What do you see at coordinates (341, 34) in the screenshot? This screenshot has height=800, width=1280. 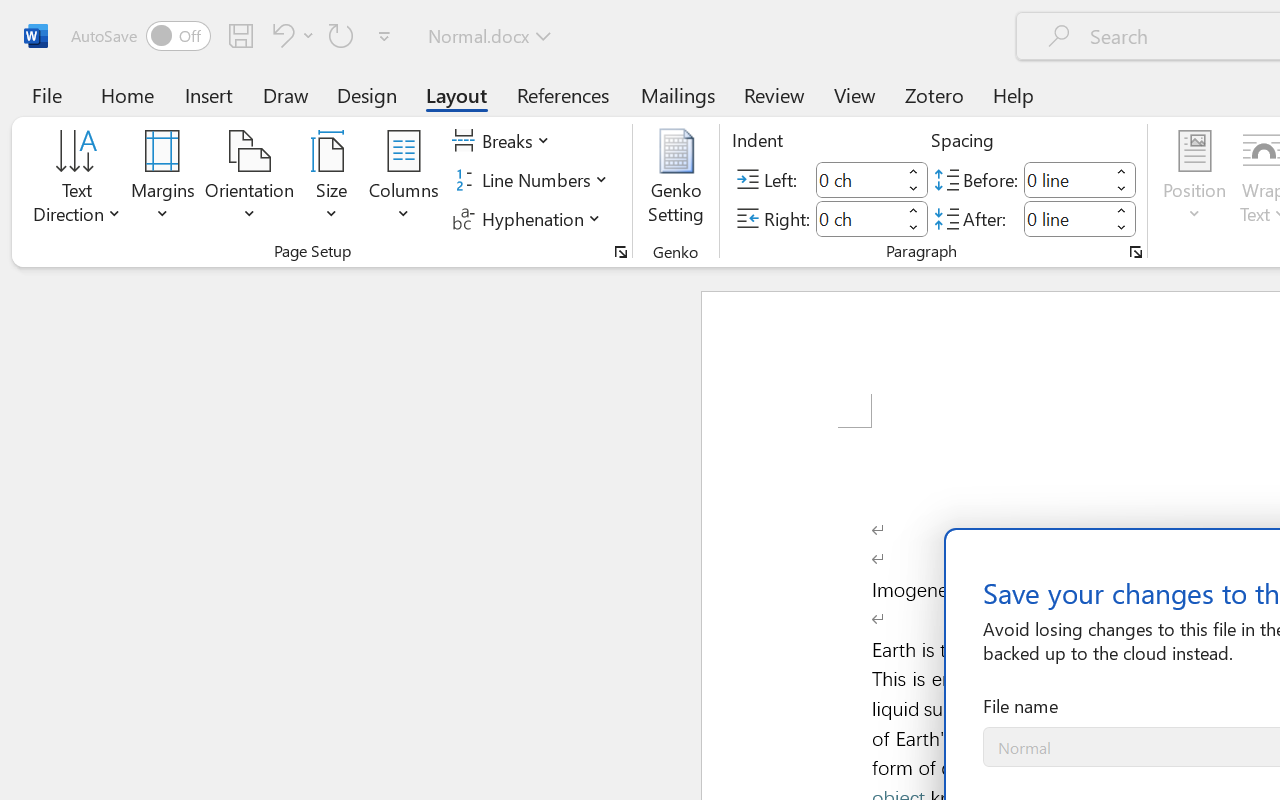 I see `'Repeat Paste Option'` at bounding box center [341, 34].